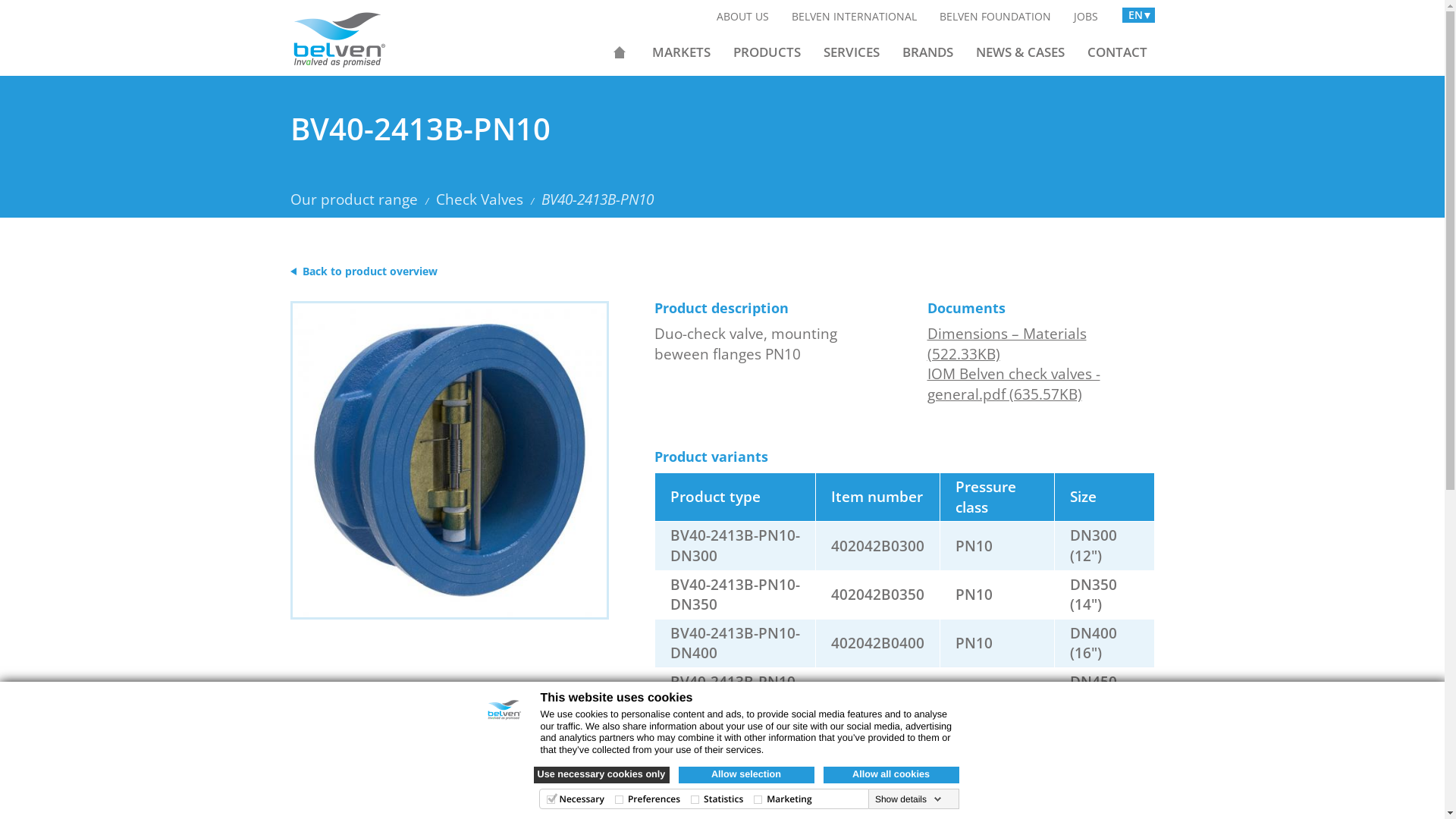  Describe the element at coordinates (1117, 51) in the screenshot. I see `'CONTACT'` at that location.